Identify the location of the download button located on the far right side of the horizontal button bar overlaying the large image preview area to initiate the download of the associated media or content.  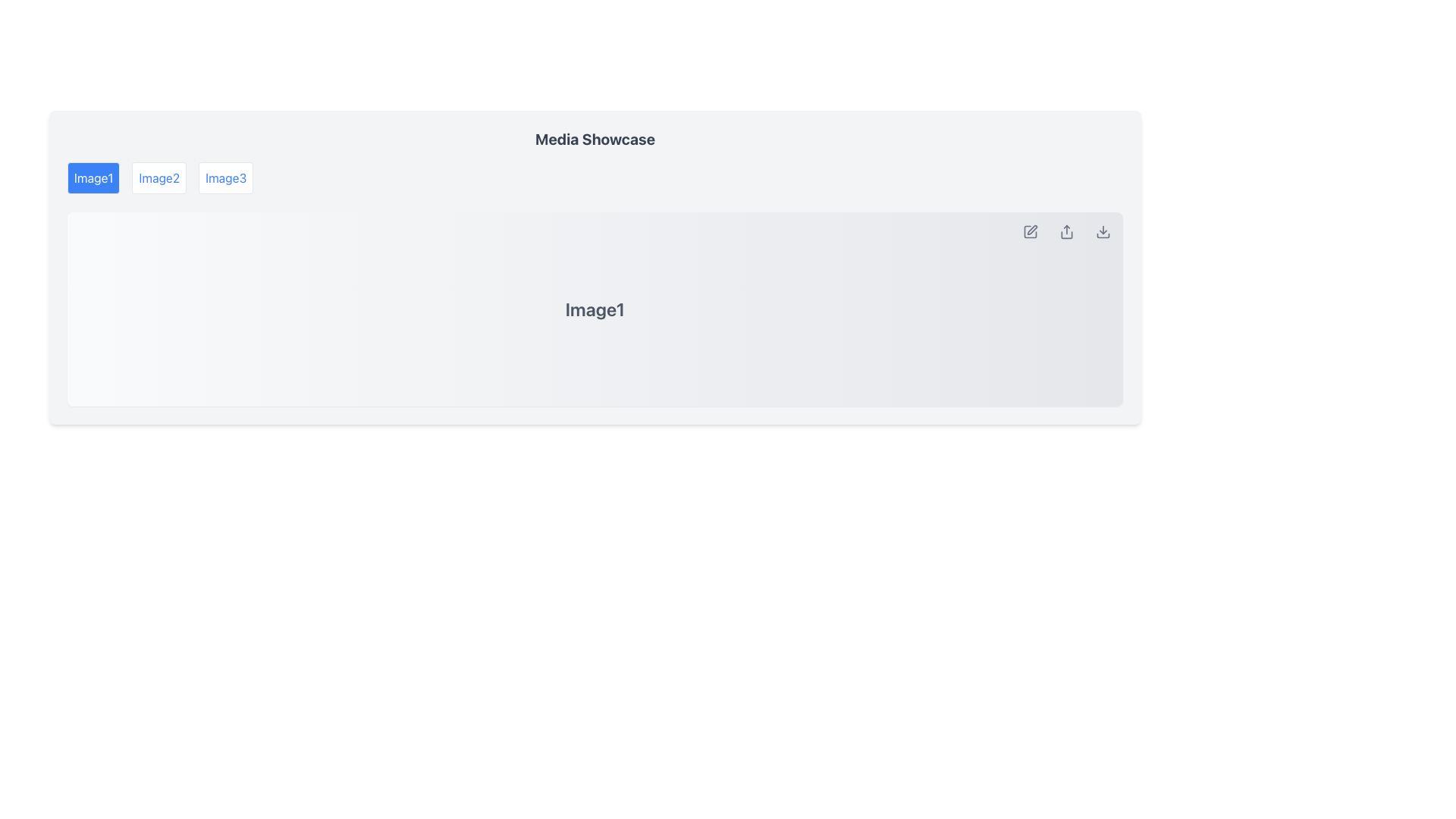
(1103, 231).